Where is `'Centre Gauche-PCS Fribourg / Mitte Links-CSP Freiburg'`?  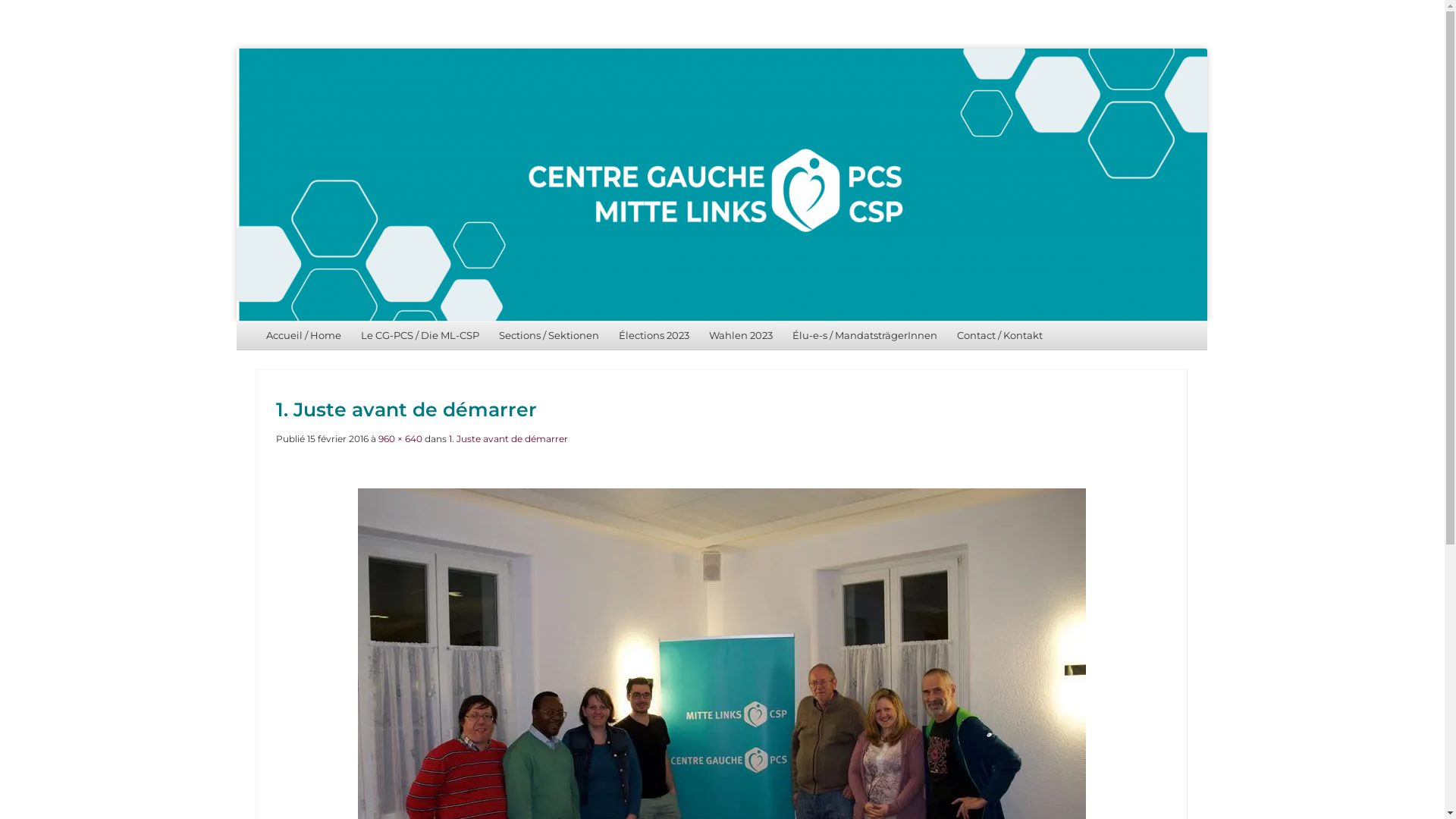
'Centre Gauche-PCS Fribourg / Mitte Links-CSP Freiburg' is located at coordinates (720, 184).